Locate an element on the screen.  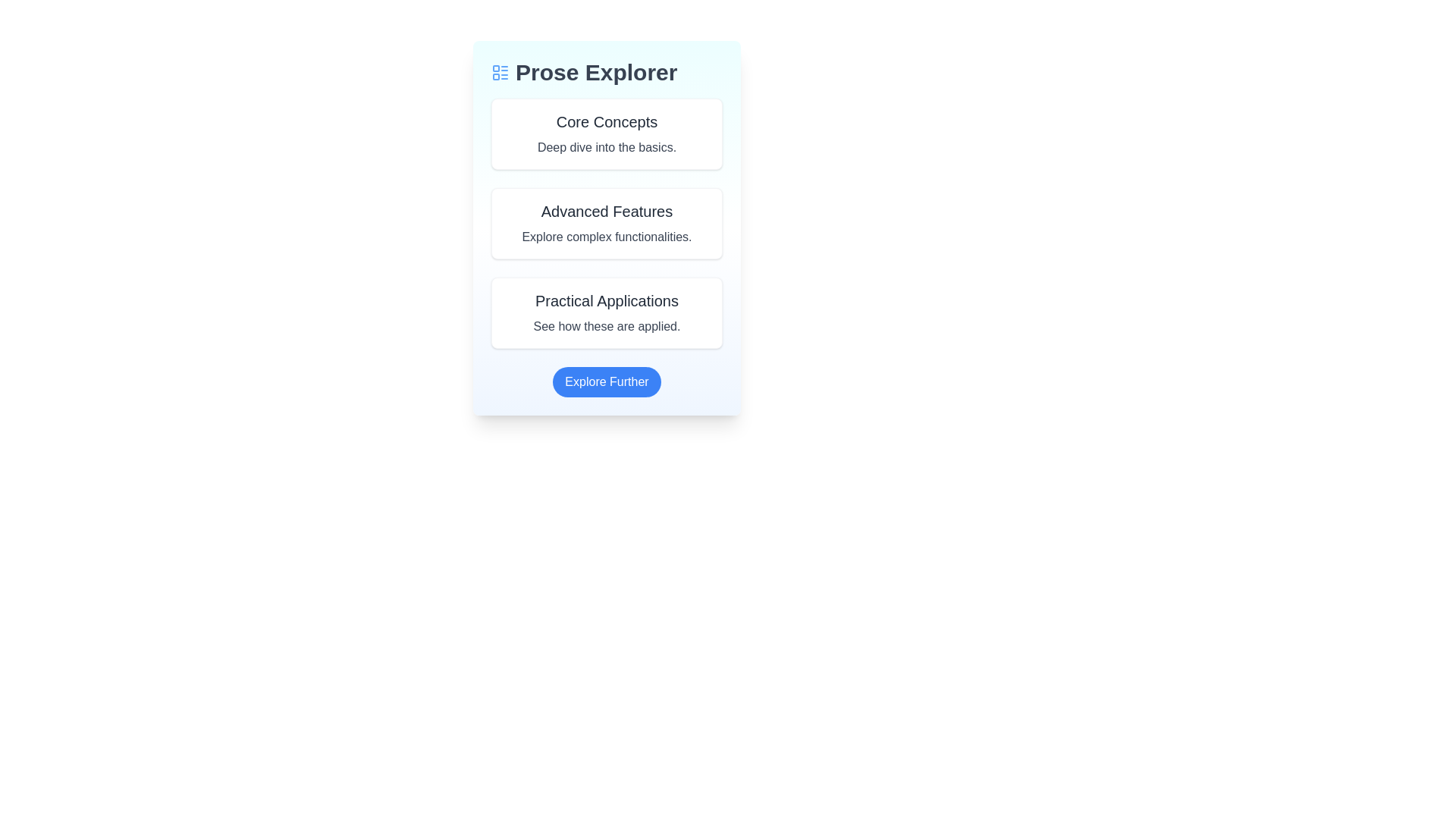
available information from the 'Advanced Features' informative card, which is the second card in the 'Prose Explorer' section is located at coordinates (607, 247).